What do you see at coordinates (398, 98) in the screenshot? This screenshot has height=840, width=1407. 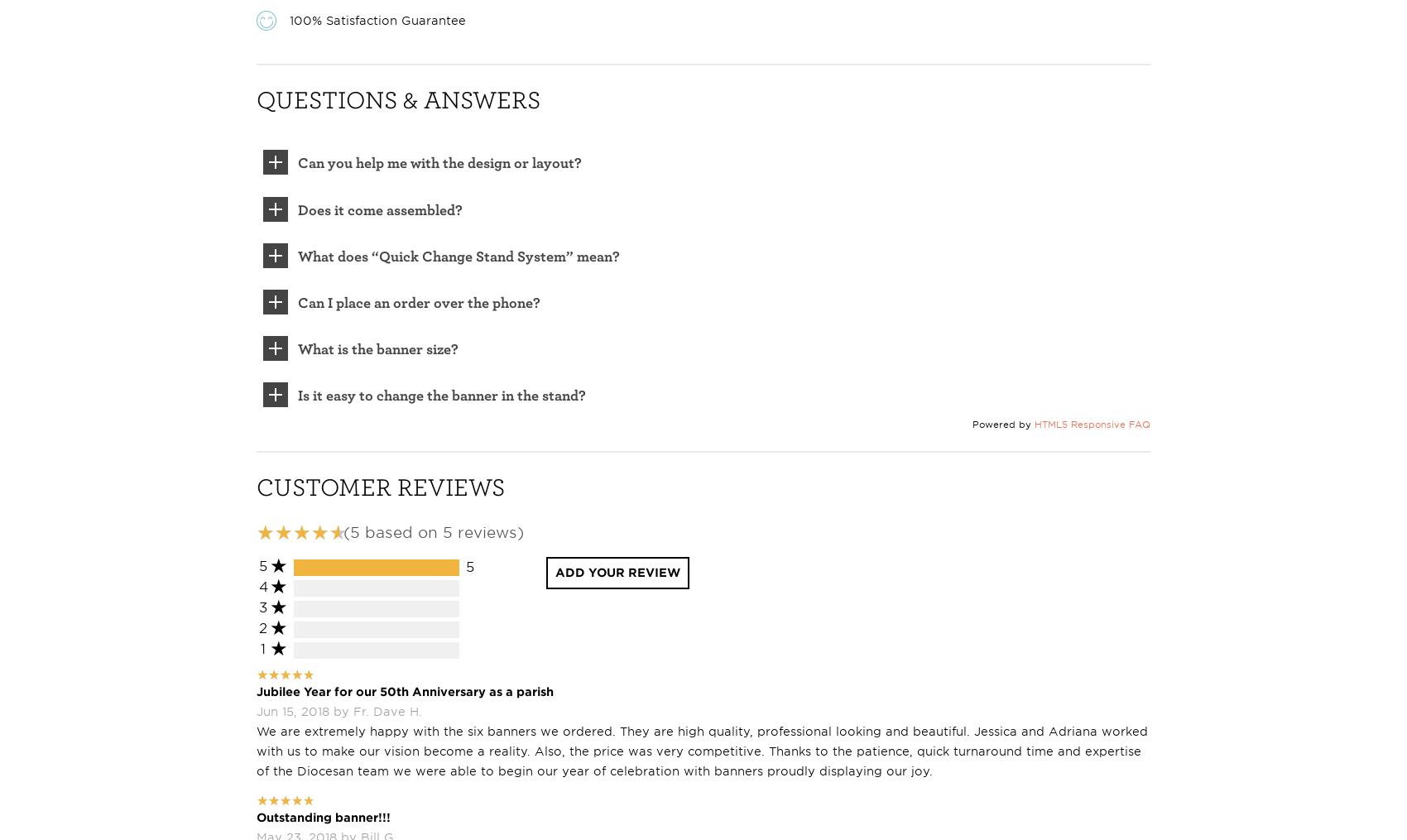 I see `'Questions & Answers'` at bounding box center [398, 98].